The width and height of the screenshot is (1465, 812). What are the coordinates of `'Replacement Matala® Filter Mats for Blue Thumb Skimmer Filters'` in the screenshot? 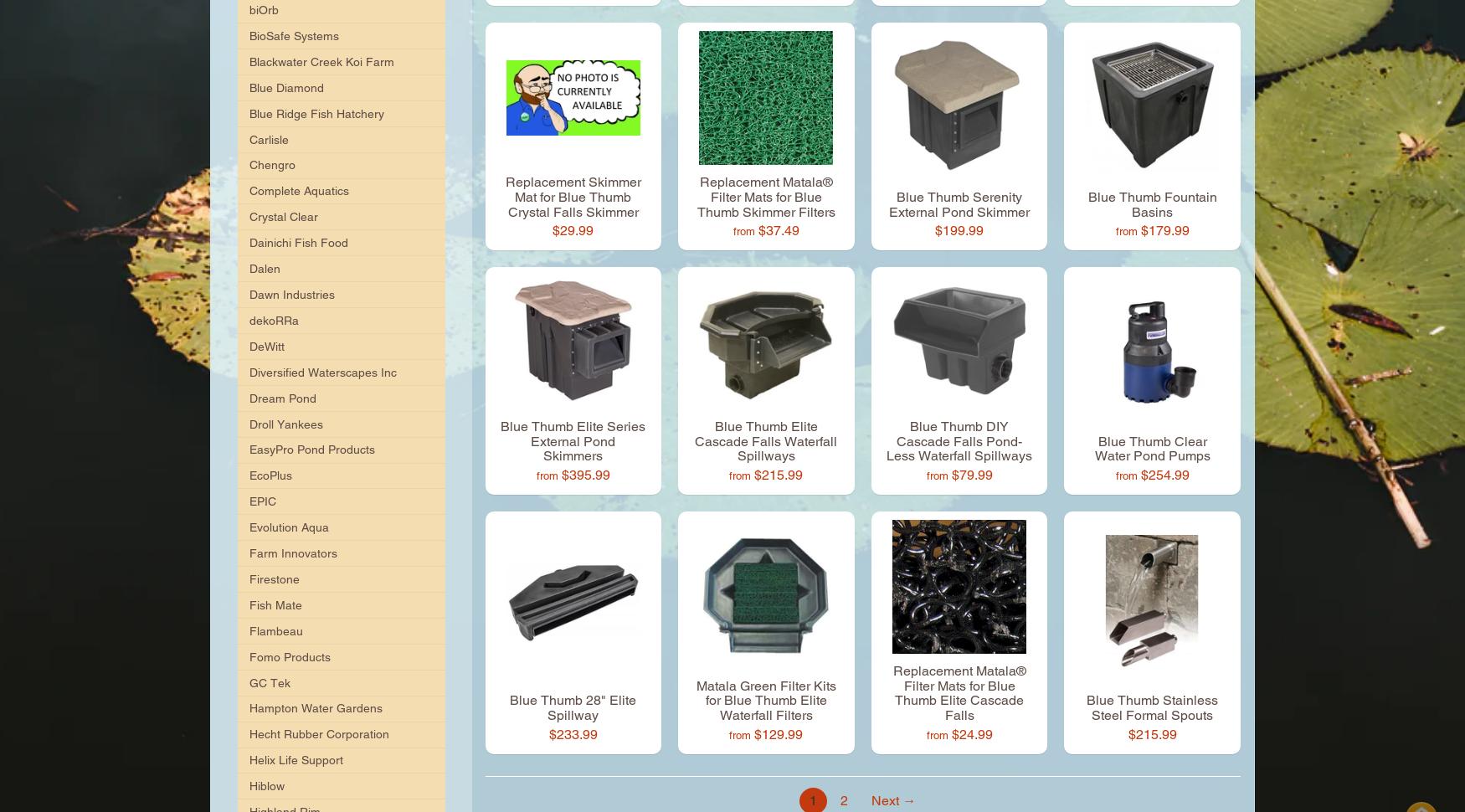 It's located at (764, 197).